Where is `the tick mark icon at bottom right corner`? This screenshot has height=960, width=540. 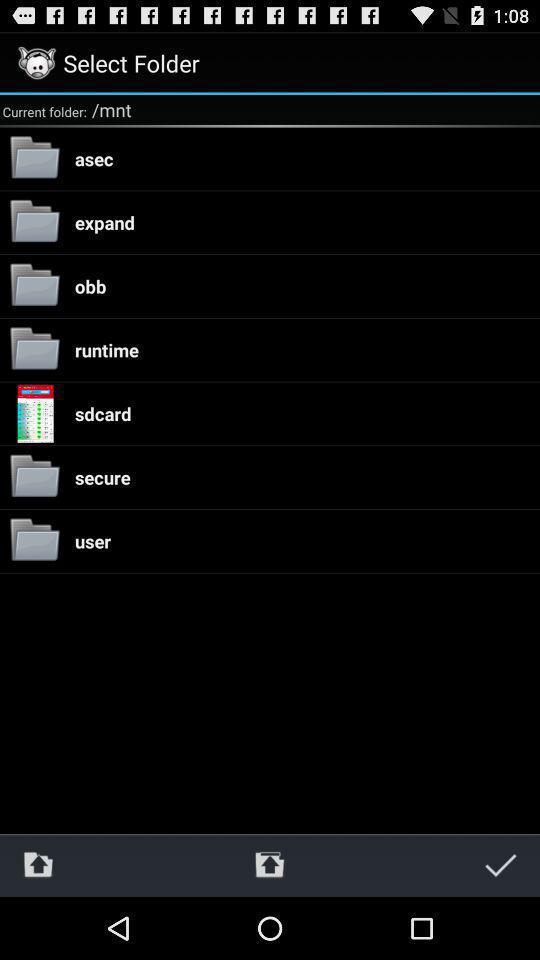
the tick mark icon at bottom right corner is located at coordinates (500, 864).